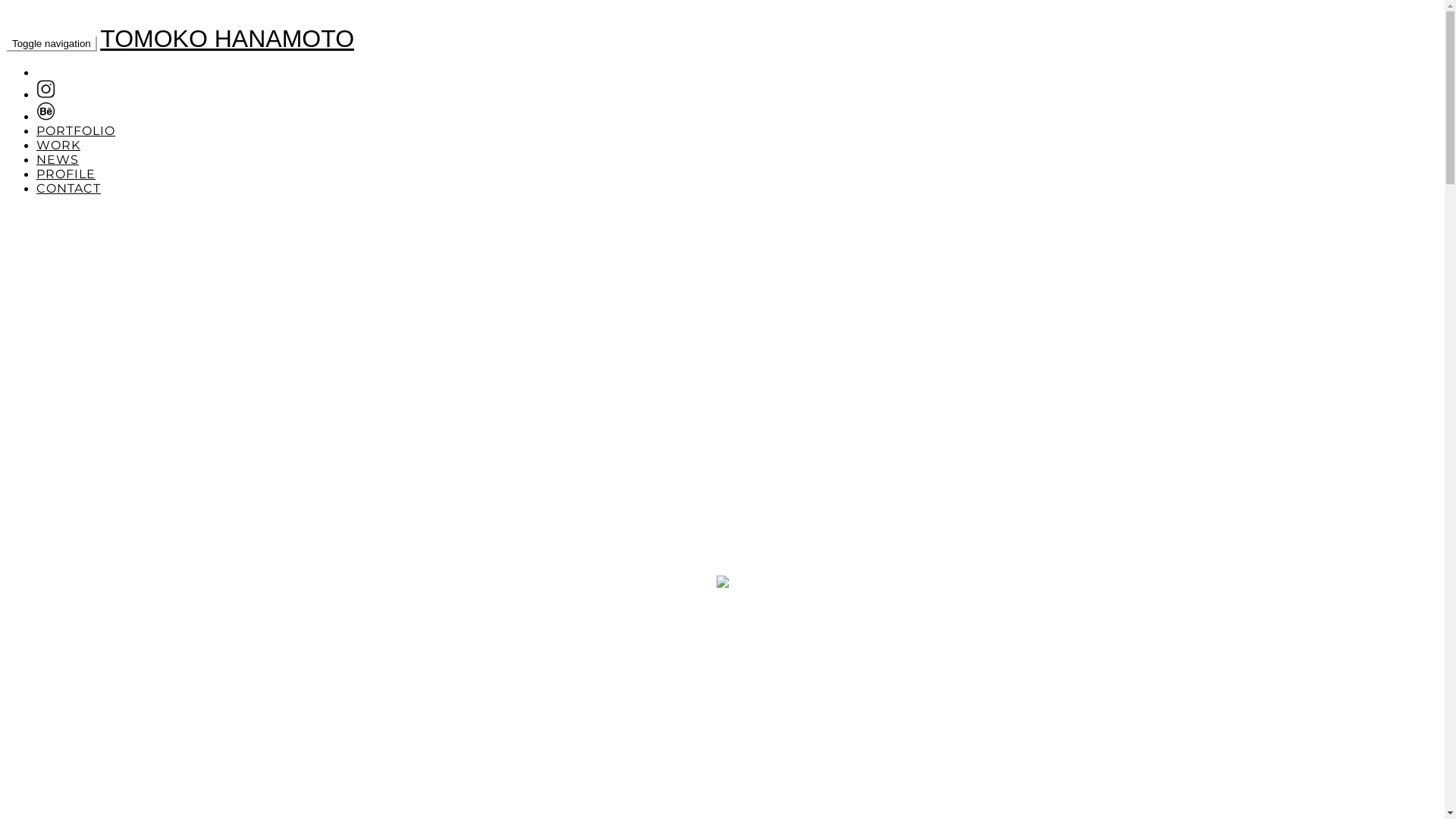 This screenshot has width=1456, height=819. What do you see at coordinates (67, 187) in the screenshot?
I see `'CONTACT'` at bounding box center [67, 187].